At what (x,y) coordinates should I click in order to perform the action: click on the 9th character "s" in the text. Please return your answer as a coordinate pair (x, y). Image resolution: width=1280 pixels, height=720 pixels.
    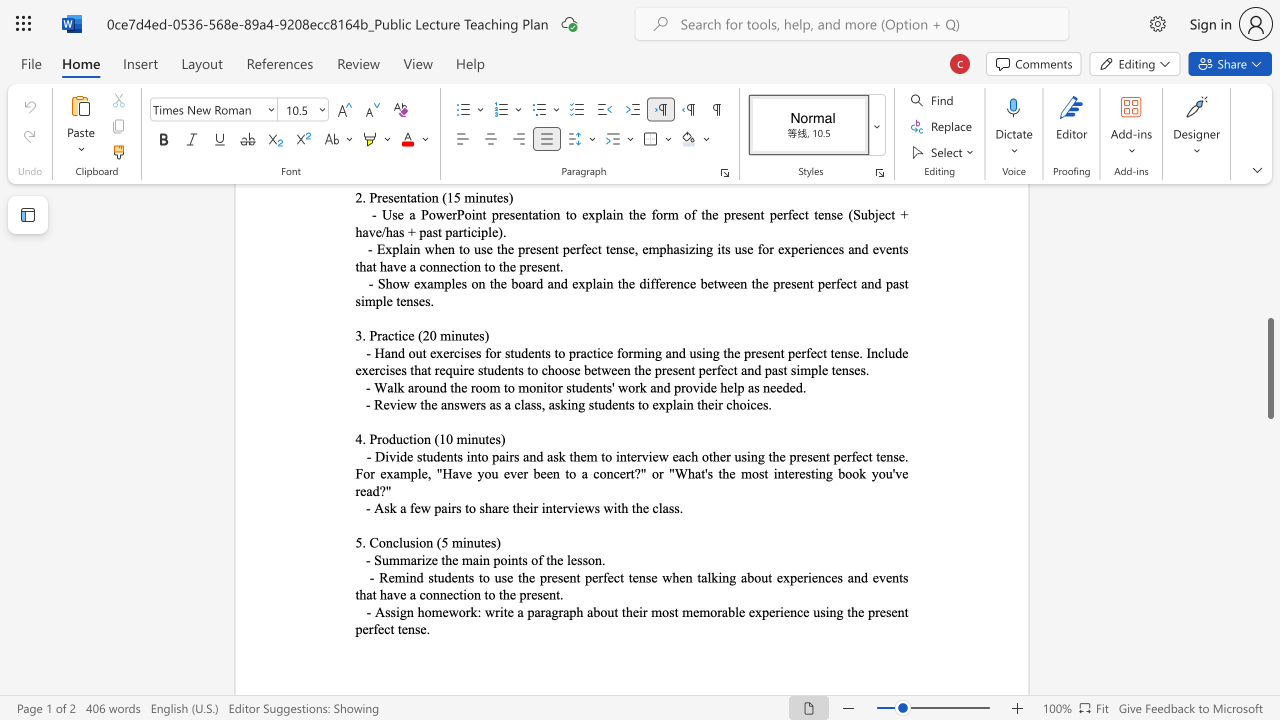
    Looking at the image, I should click on (760, 473).